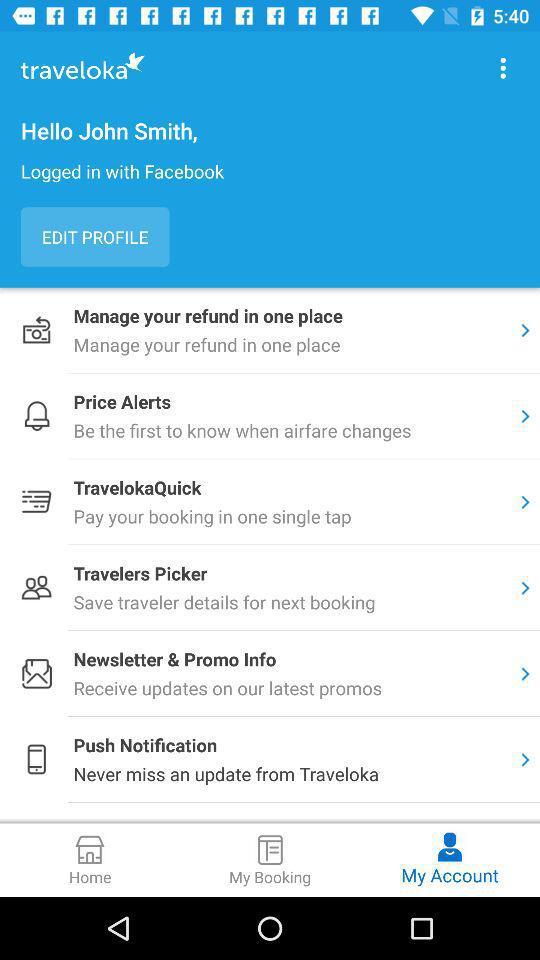 This screenshot has height=960, width=540. I want to click on bookmarks and history, so click(502, 68).